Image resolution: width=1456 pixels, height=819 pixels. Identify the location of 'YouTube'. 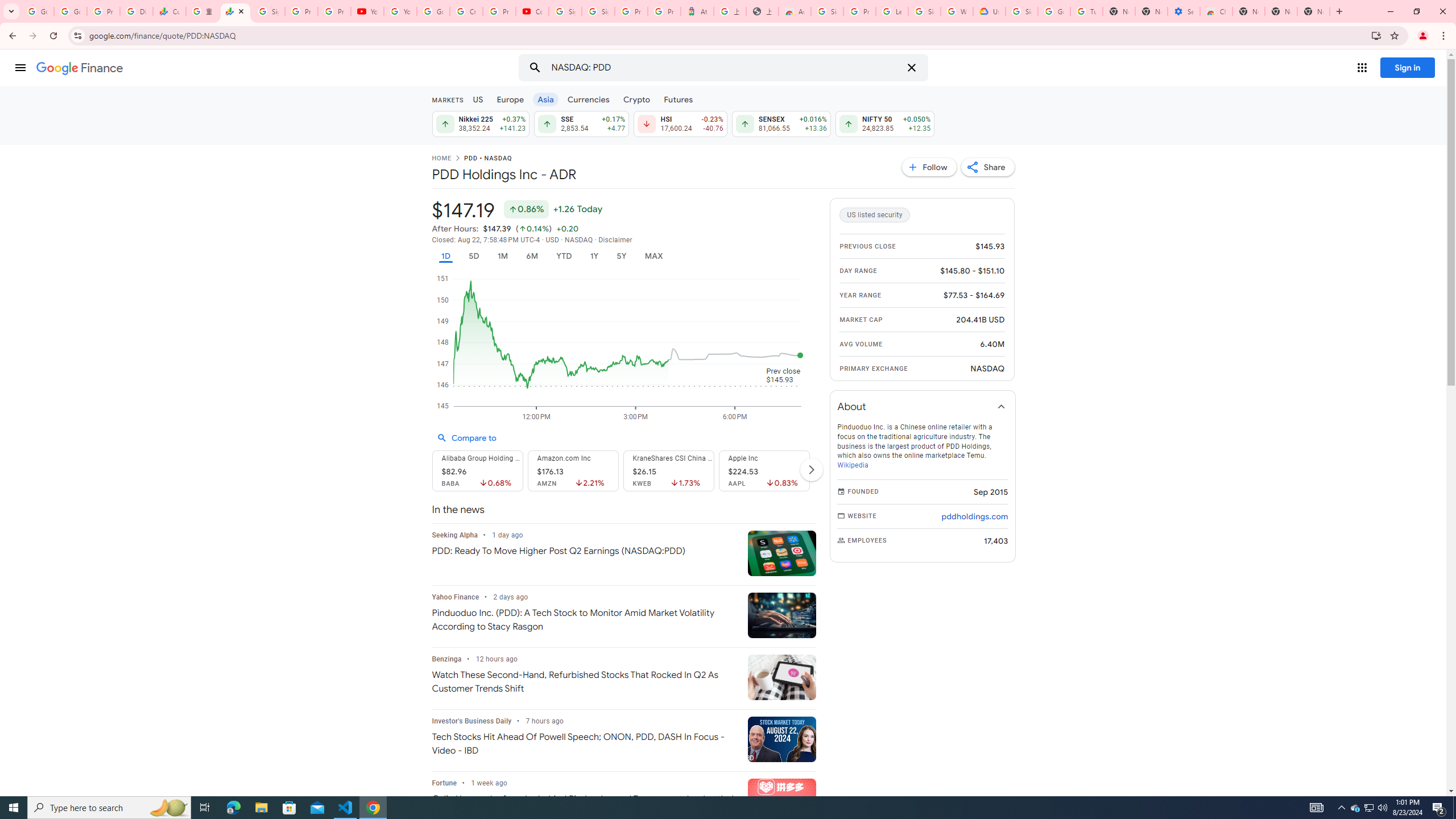
(400, 11).